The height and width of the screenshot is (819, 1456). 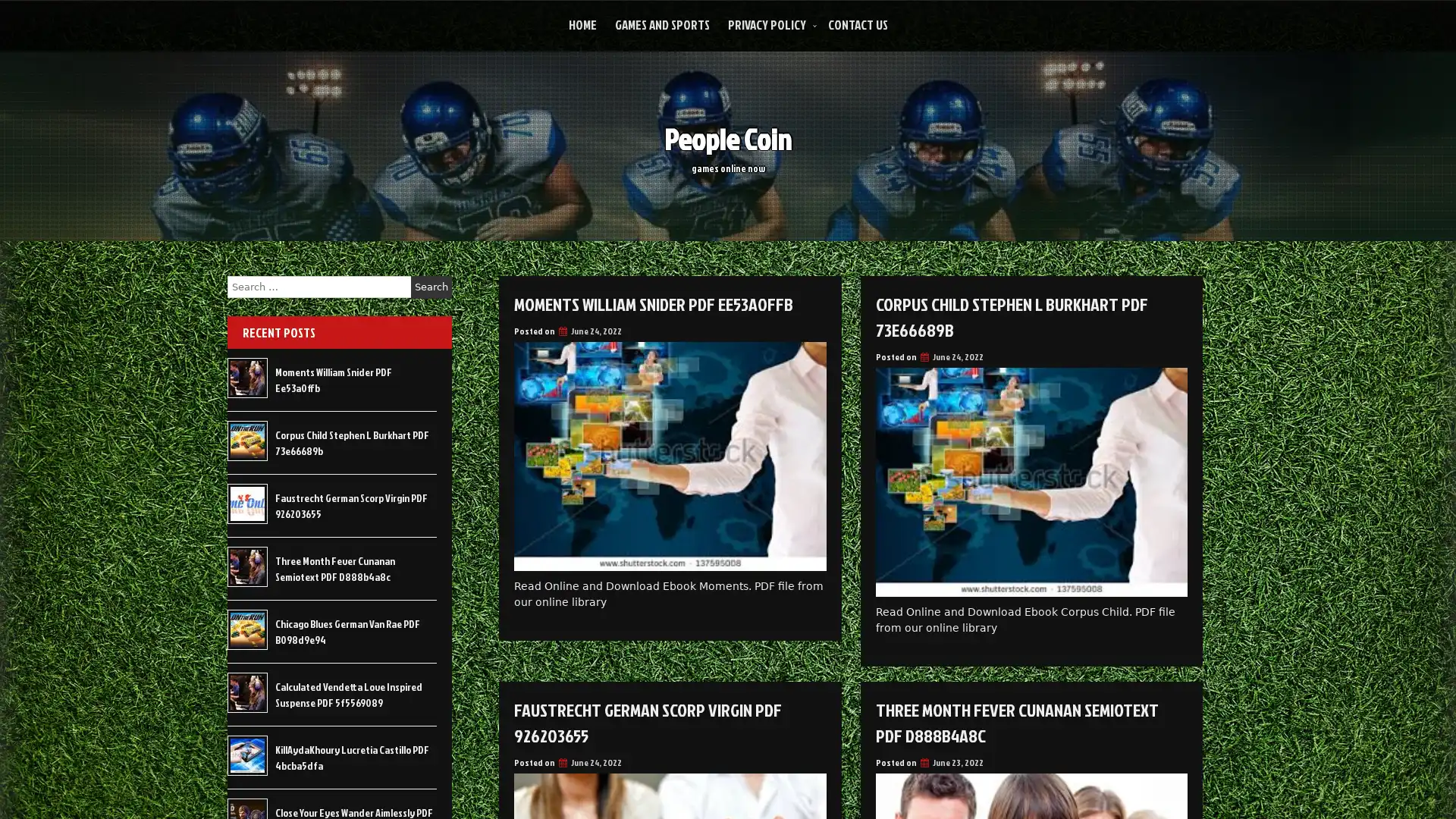 I want to click on Search, so click(x=431, y=287).